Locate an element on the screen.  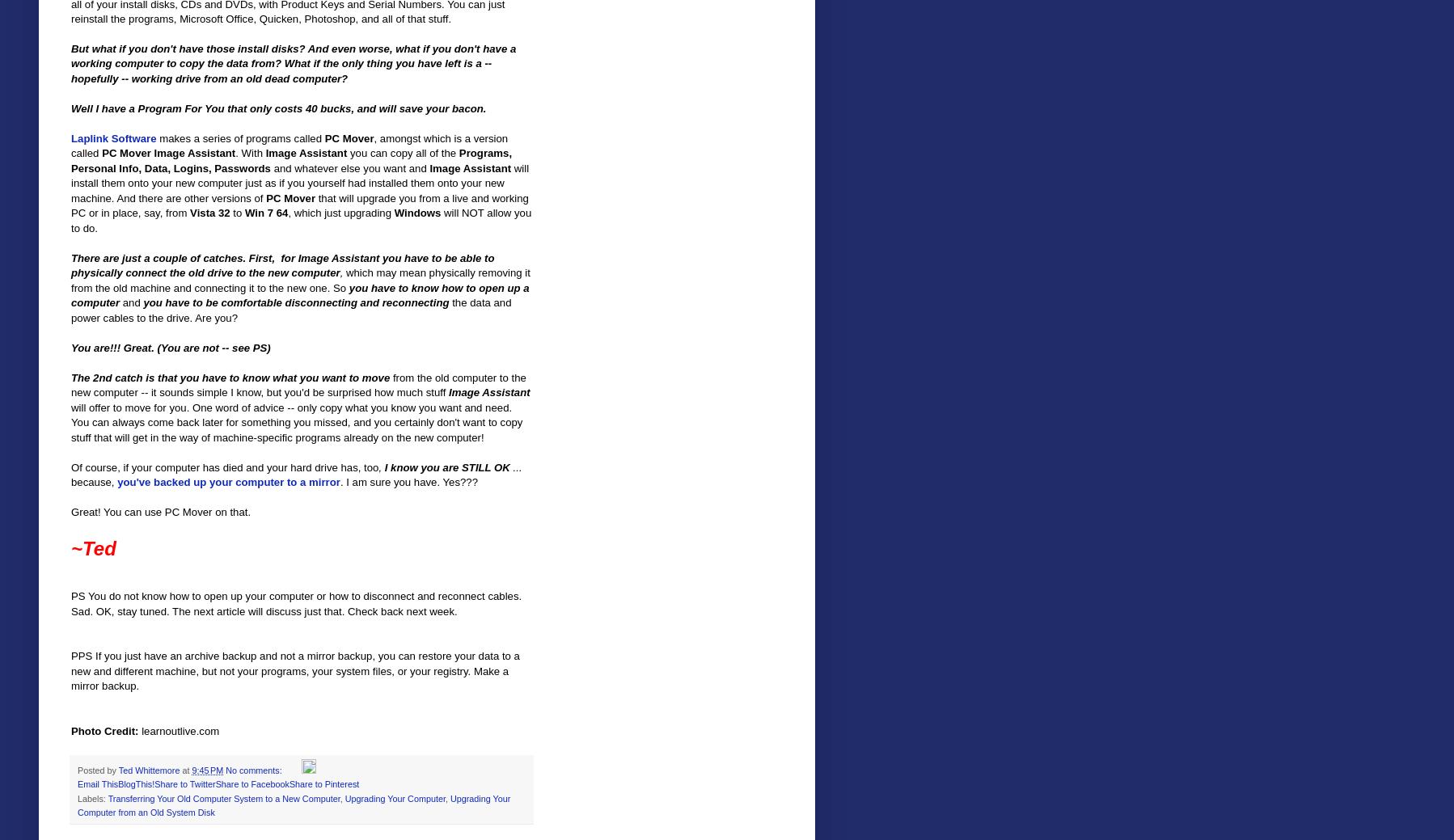
'that will upgrade you from a live and working PC or in place, say, from' is located at coordinates (298, 205).